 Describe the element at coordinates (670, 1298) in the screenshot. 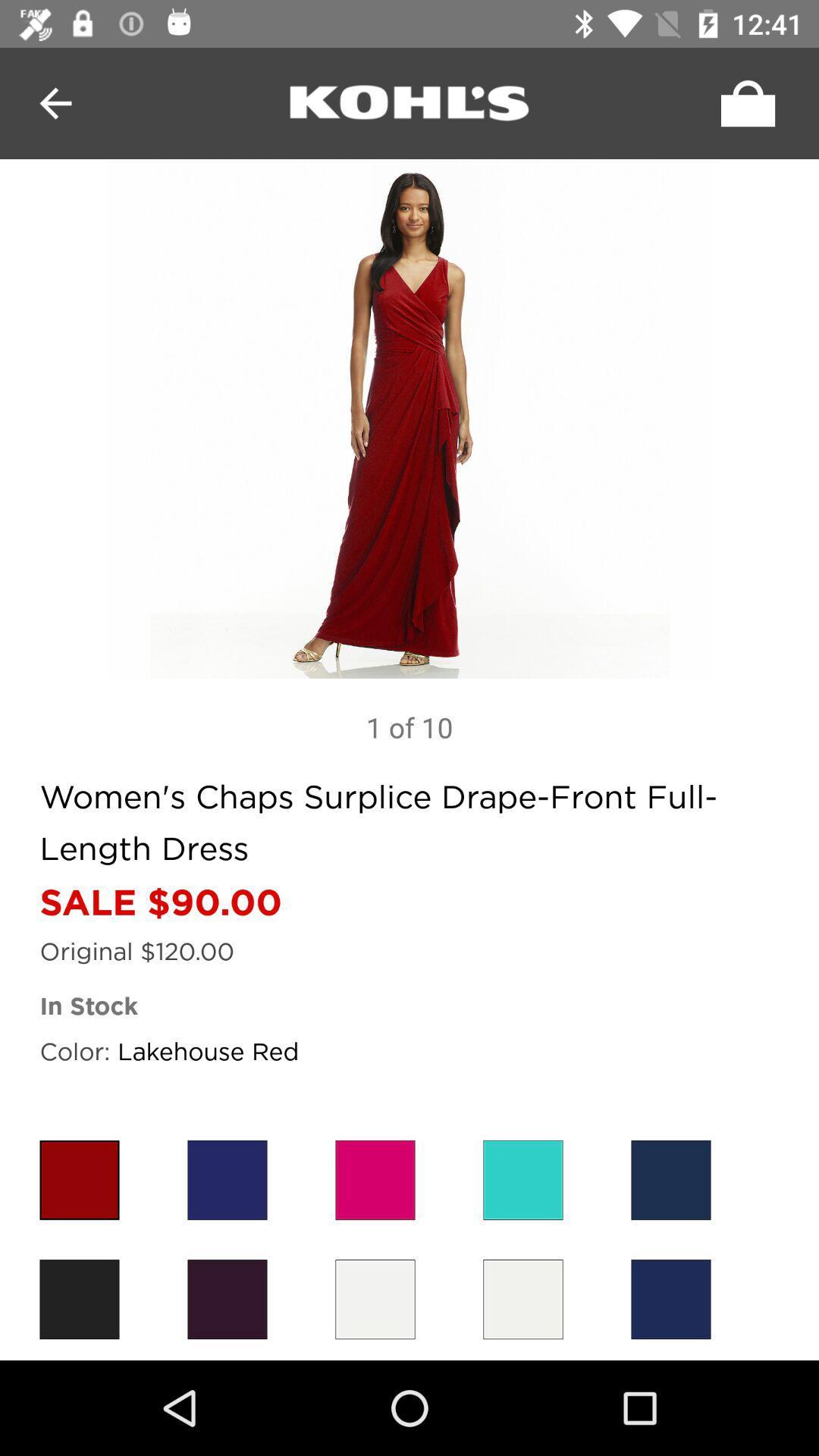

I see `color navy` at that location.